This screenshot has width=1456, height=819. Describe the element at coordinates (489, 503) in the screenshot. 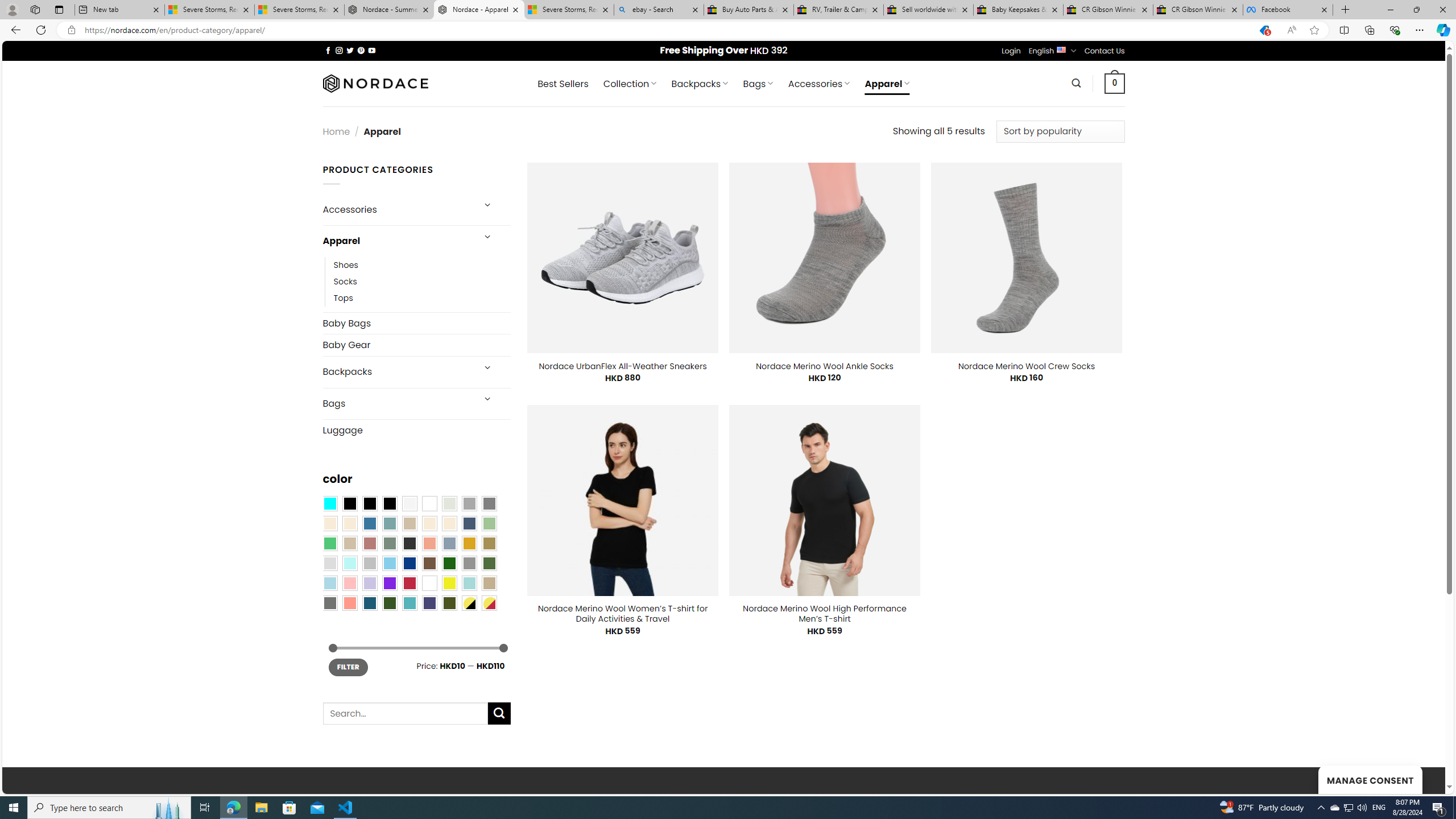

I see `'All Gray'` at that location.